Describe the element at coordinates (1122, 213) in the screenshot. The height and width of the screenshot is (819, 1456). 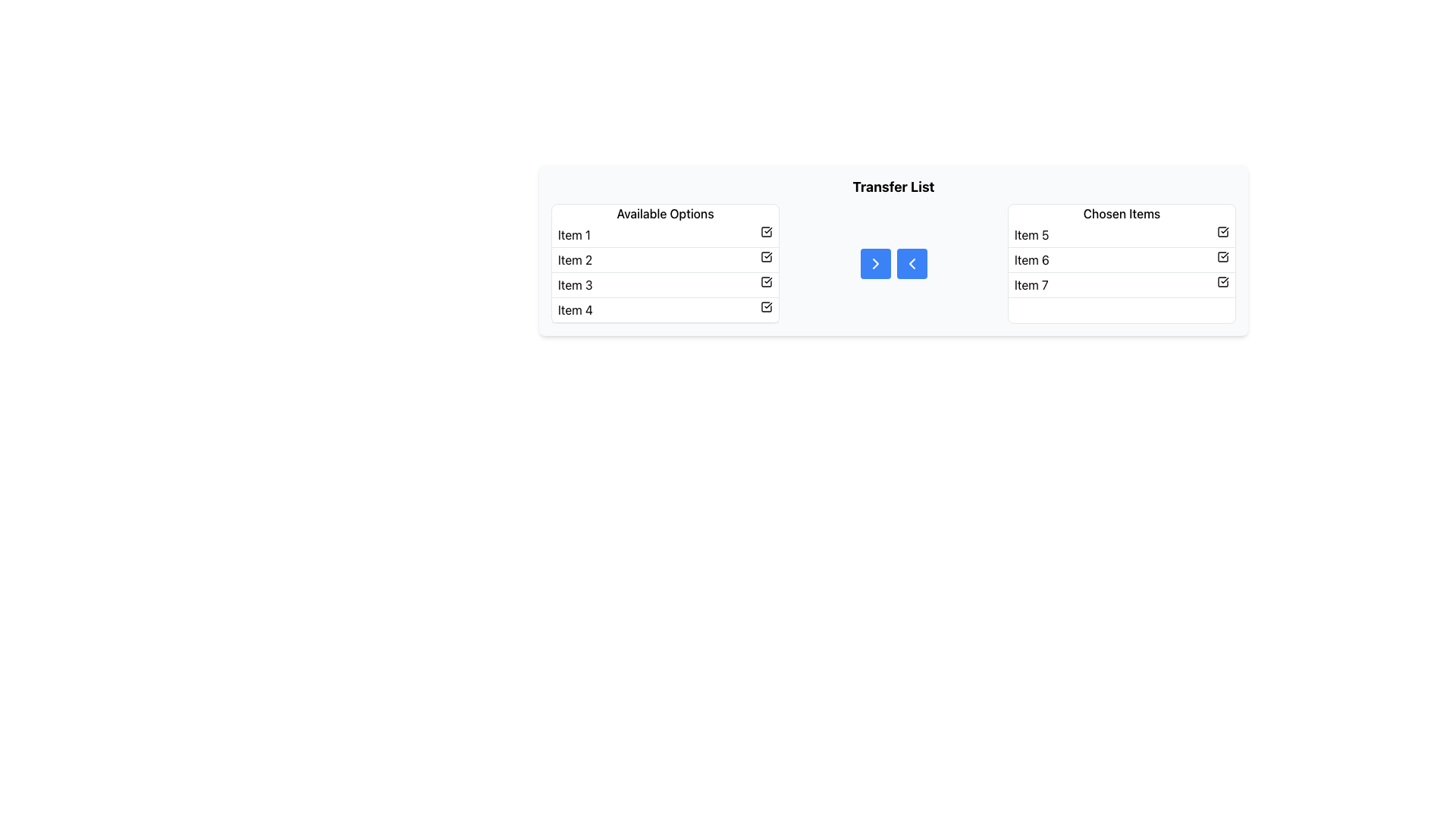
I see `the Text Label that serves as the title or context for the list of items 'Item 5', 'Item 6', and 'Item 7', which is located in the rightmost bordered segment of the layout` at that location.